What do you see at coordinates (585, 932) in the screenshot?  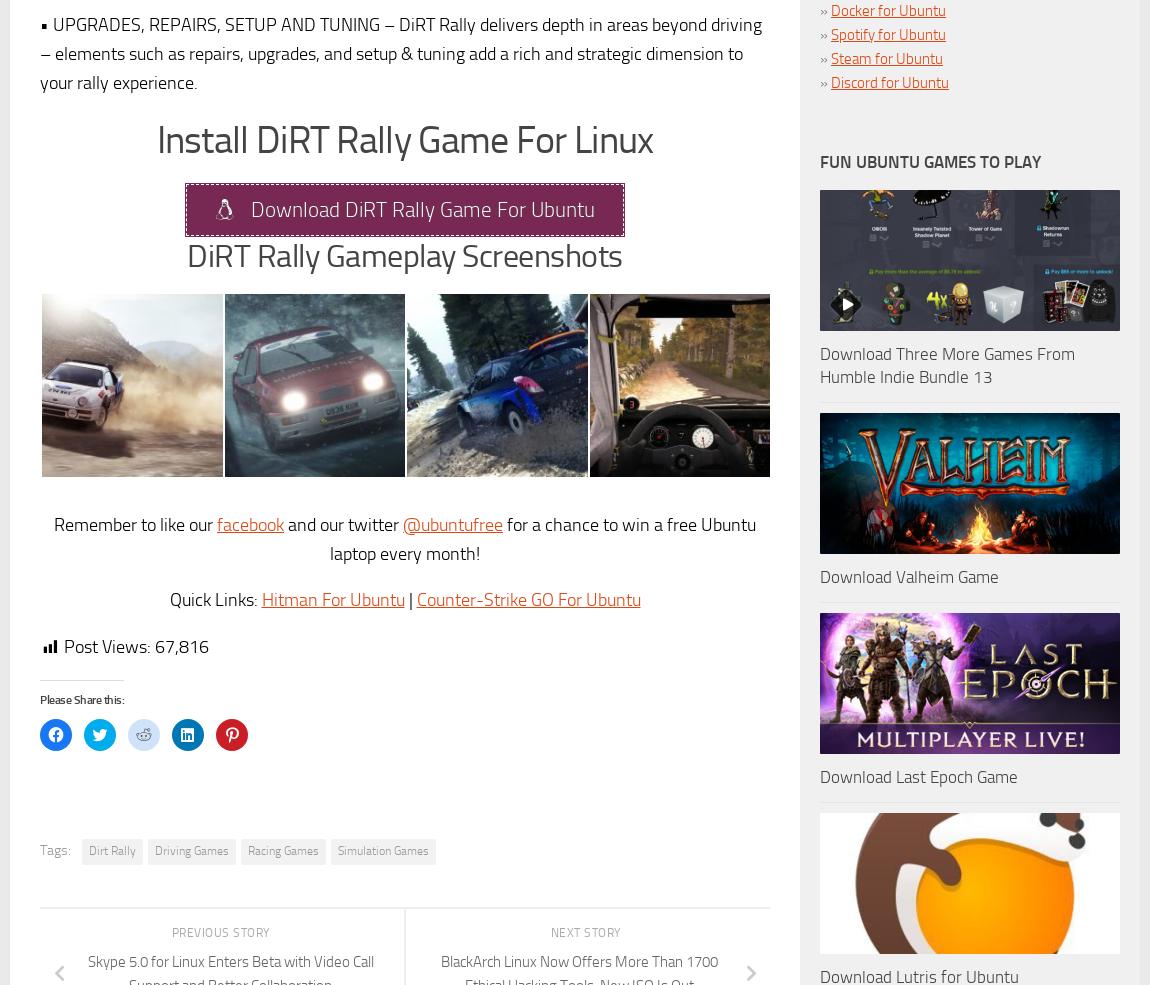 I see `'Next story'` at bounding box center [585, 932].